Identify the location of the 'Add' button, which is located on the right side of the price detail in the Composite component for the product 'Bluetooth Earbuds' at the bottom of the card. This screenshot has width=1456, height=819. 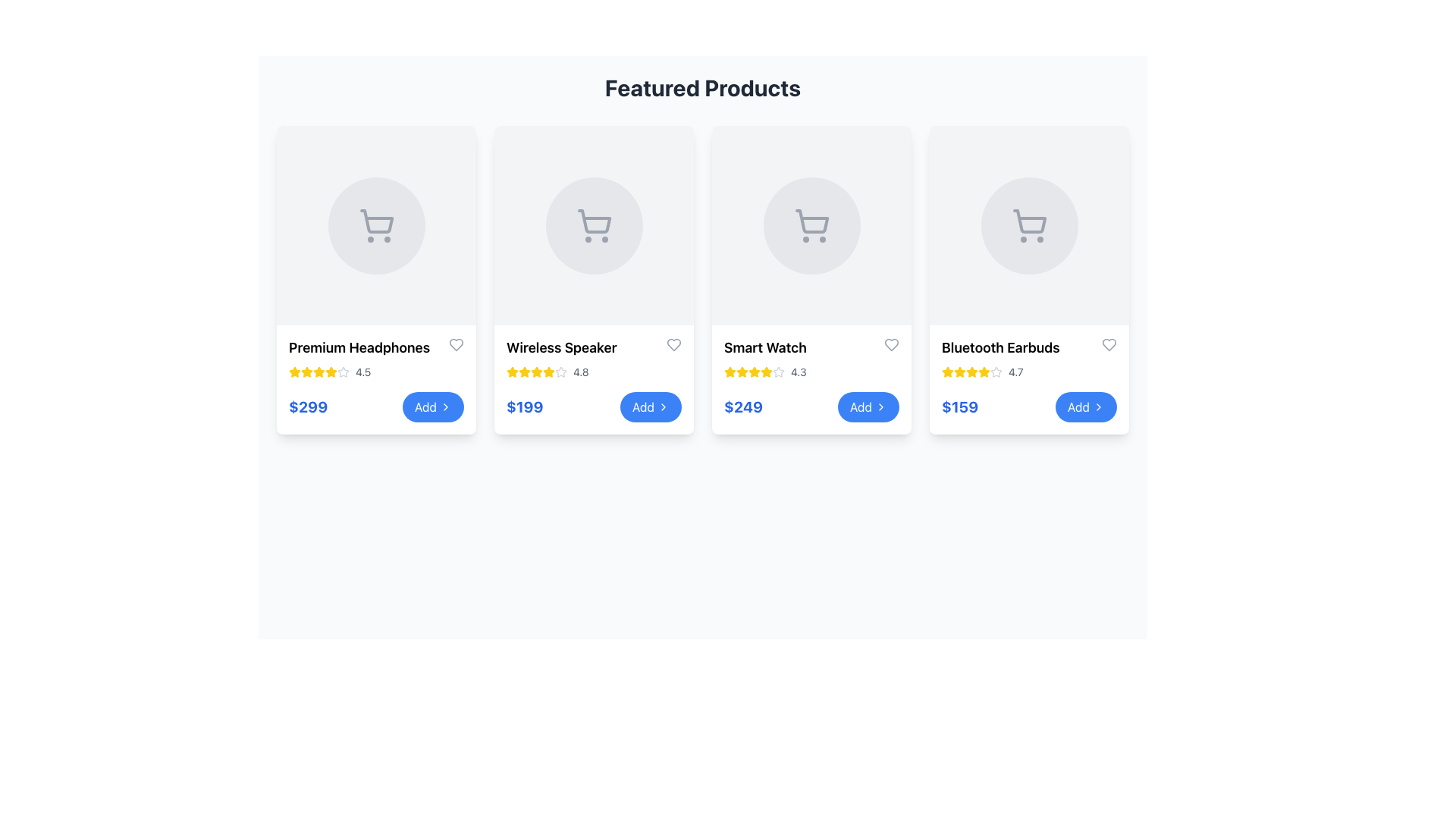
(1029, 406).